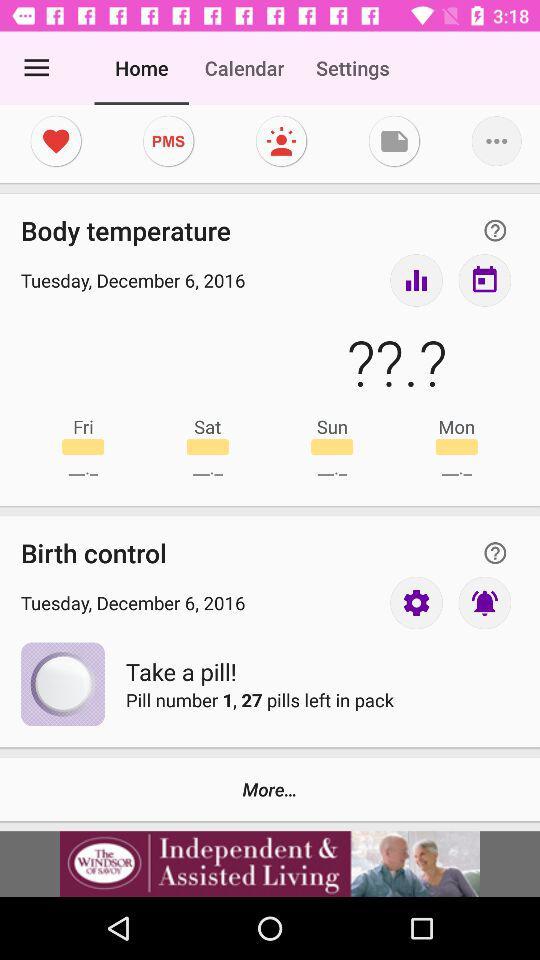  I want to click on advertisement for assisted living, so click(270, 863).